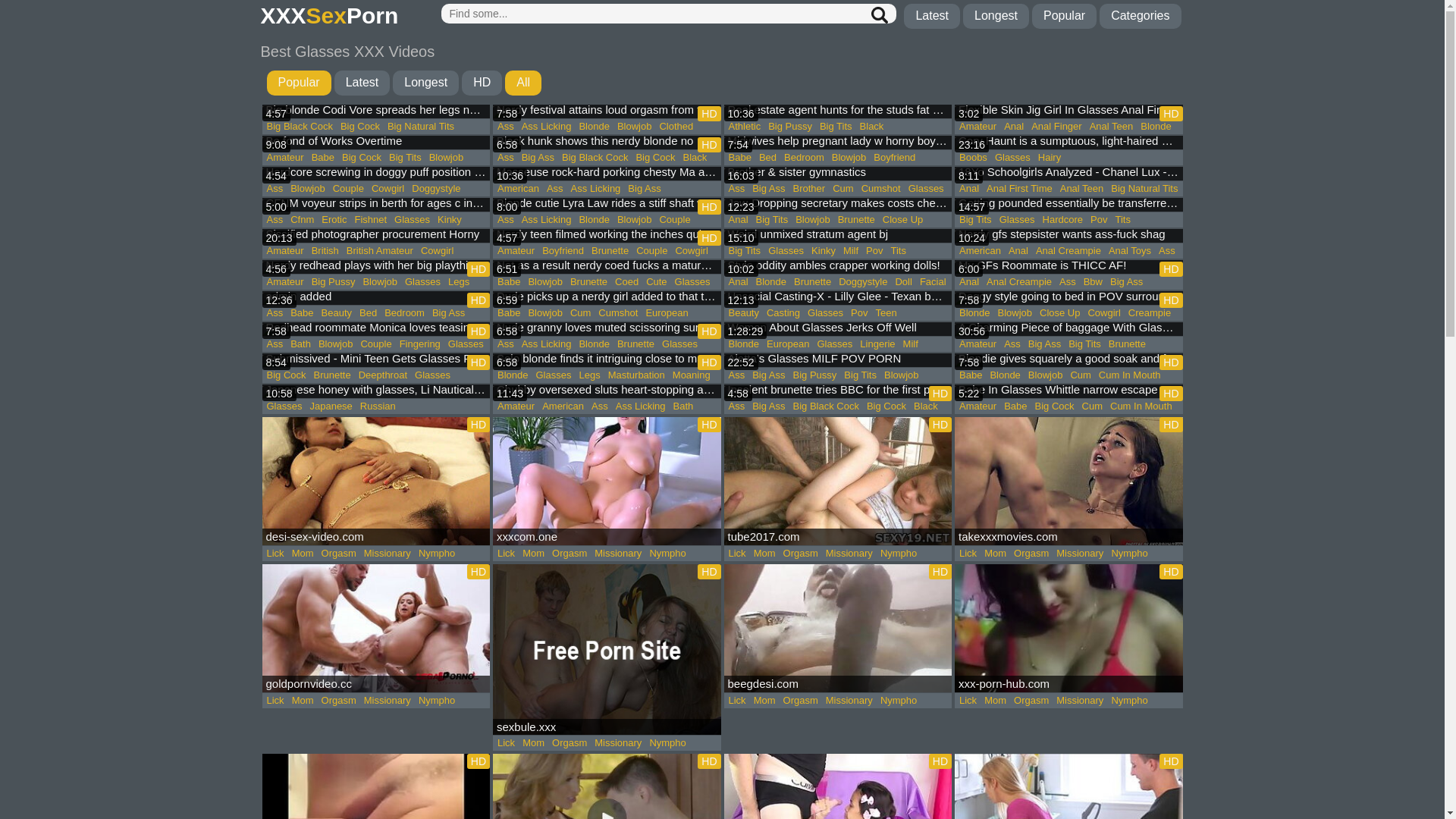 The image size is (1456, 819). Describe the element at coordinates (388, 188) in the screenshot. I see `'Cowgirl'` at that location.